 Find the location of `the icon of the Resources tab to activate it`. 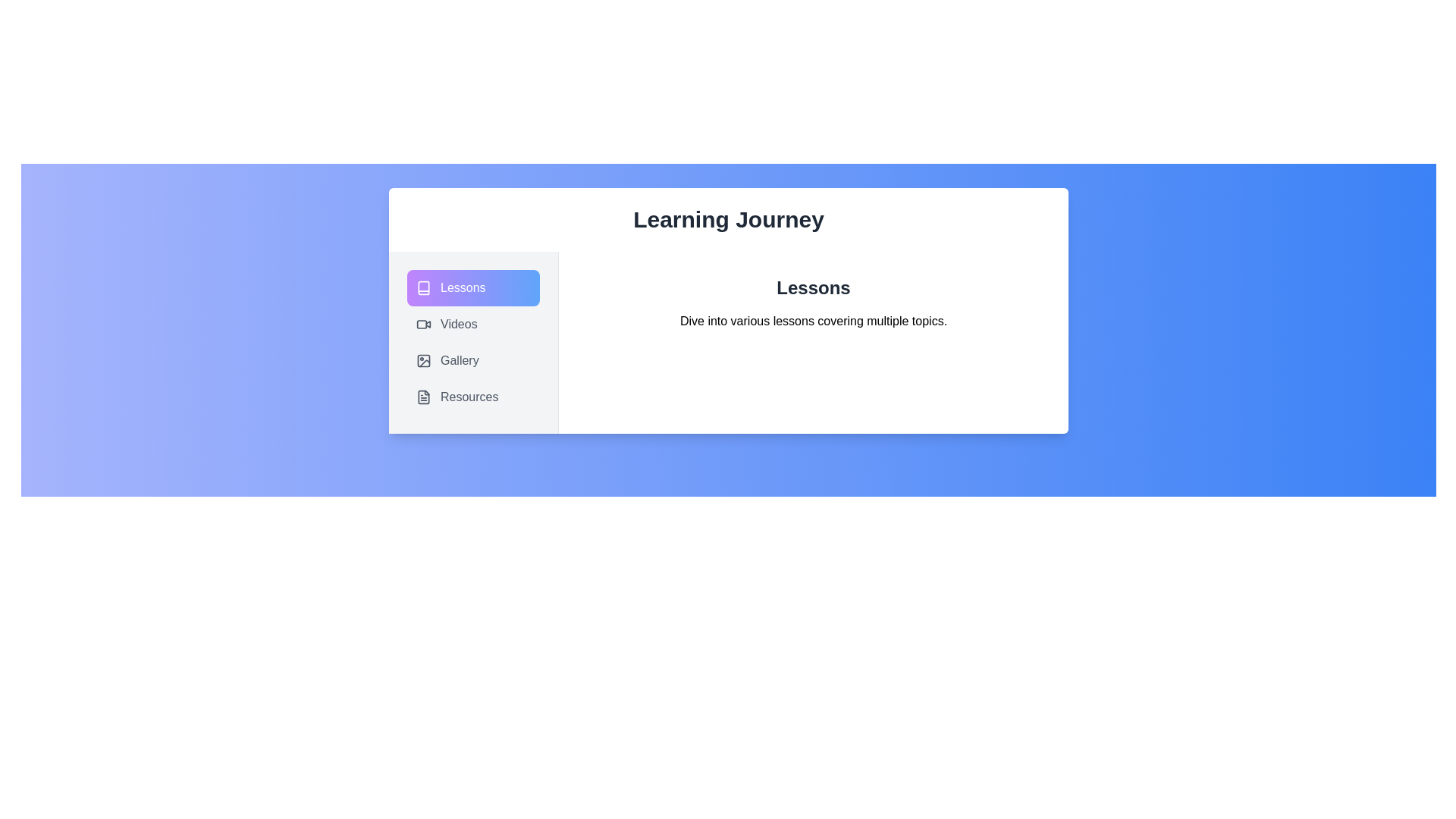

the icon of the Resources tab to activate it is located at coordinates (423, 397).